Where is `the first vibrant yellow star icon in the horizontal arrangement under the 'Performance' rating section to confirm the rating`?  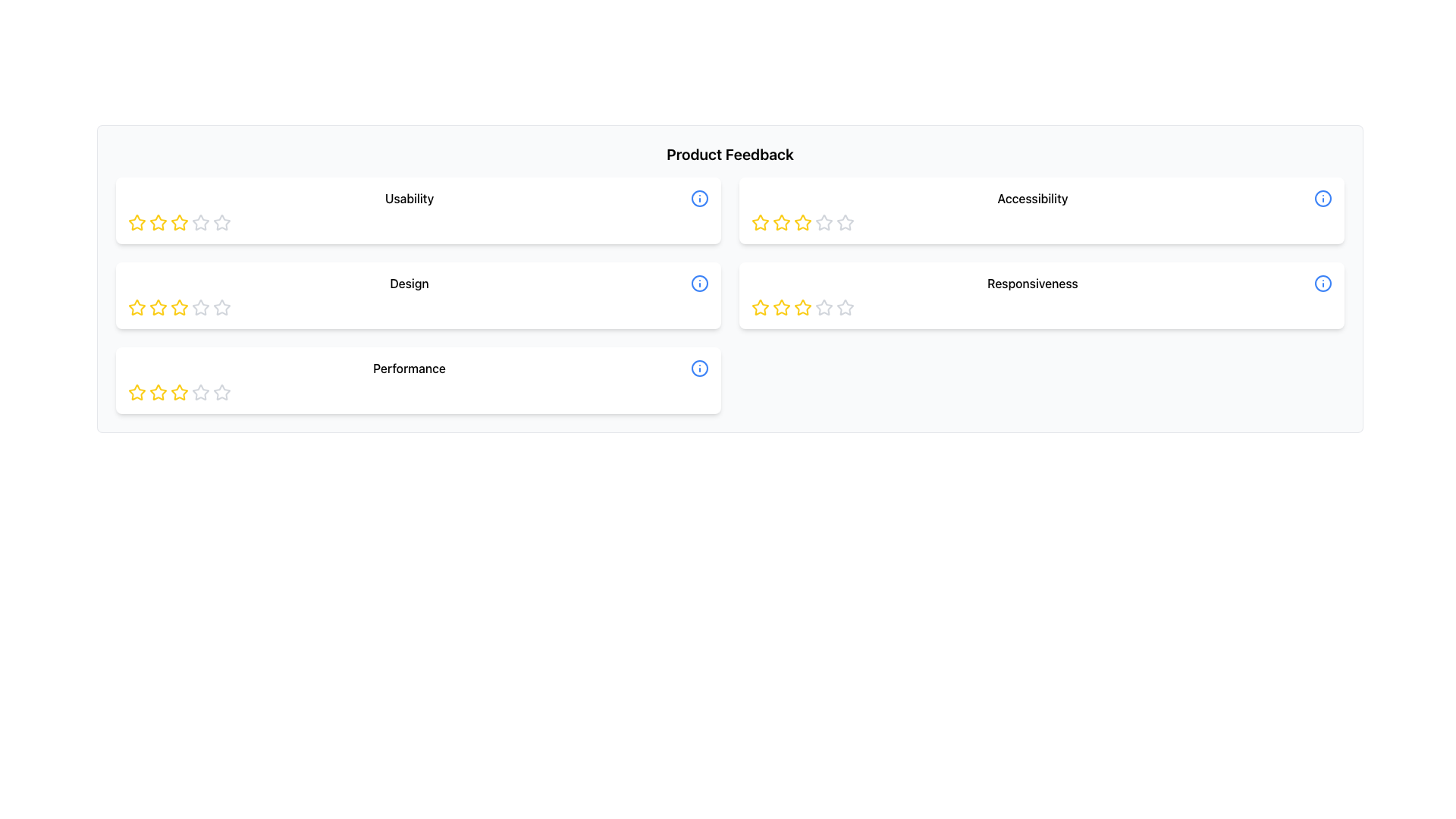
the first vibrant yellow star icon in the horizontal arrangement under the 'Performance' rating section to confirm the rating is located at coordinates (137, 391).